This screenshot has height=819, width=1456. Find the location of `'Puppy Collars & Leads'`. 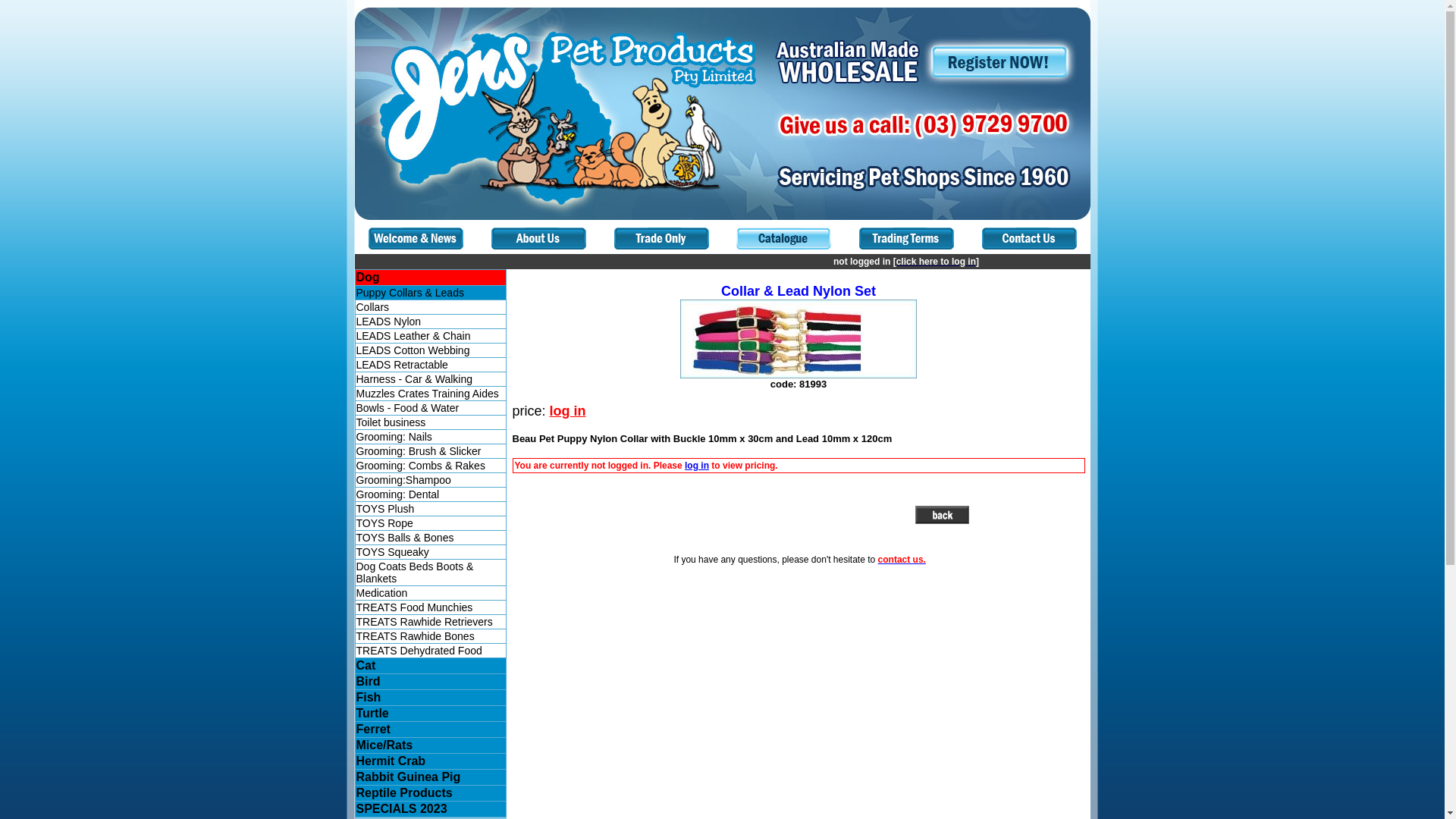

'Puppy Collars & Leads' is located at coordinates (410, 292).